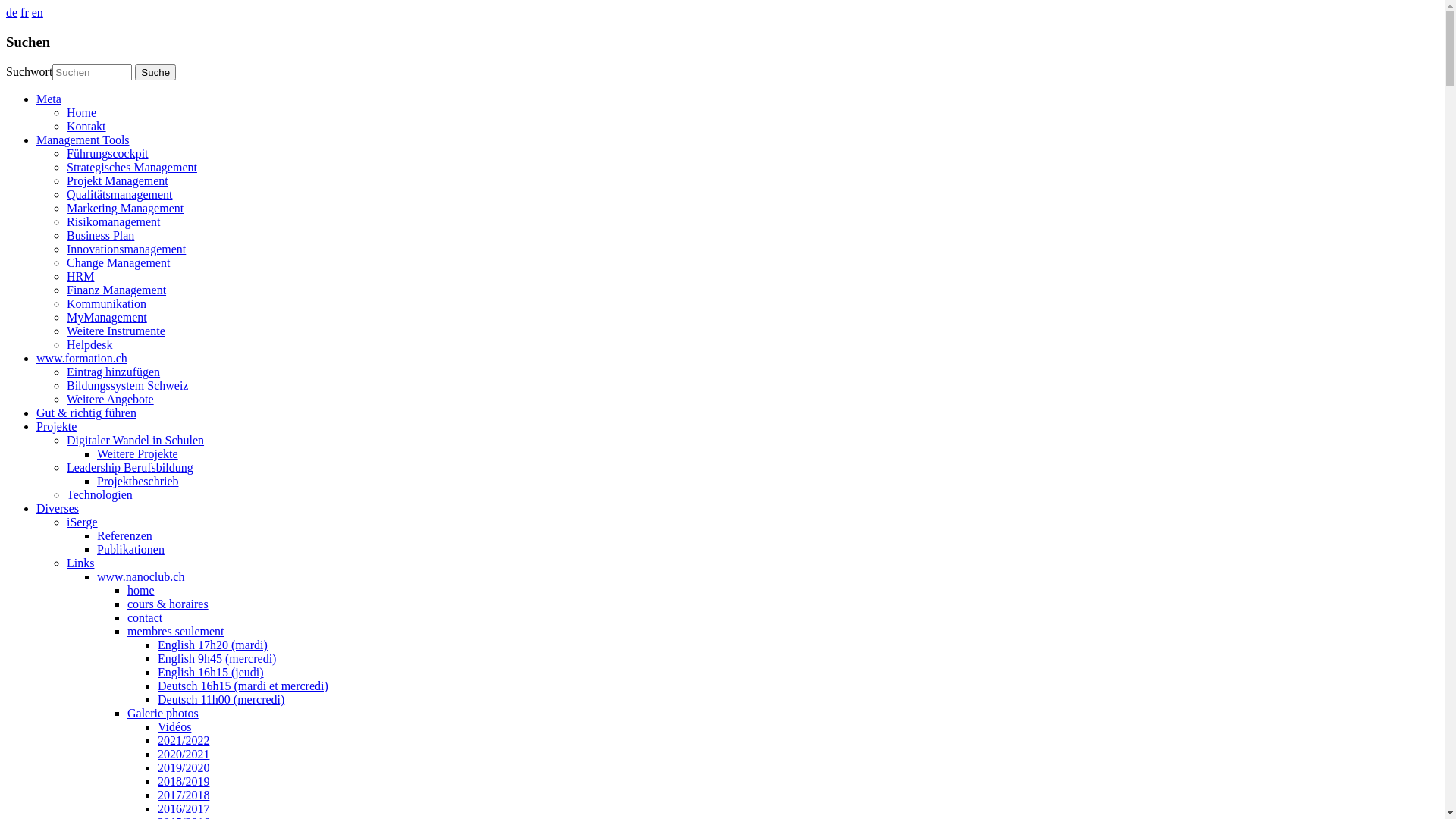 This screenshot has height=819, width=1456. Describe the element at coordinates (182, 808) in the screenshot. I see `'2016/2017'` at that location.